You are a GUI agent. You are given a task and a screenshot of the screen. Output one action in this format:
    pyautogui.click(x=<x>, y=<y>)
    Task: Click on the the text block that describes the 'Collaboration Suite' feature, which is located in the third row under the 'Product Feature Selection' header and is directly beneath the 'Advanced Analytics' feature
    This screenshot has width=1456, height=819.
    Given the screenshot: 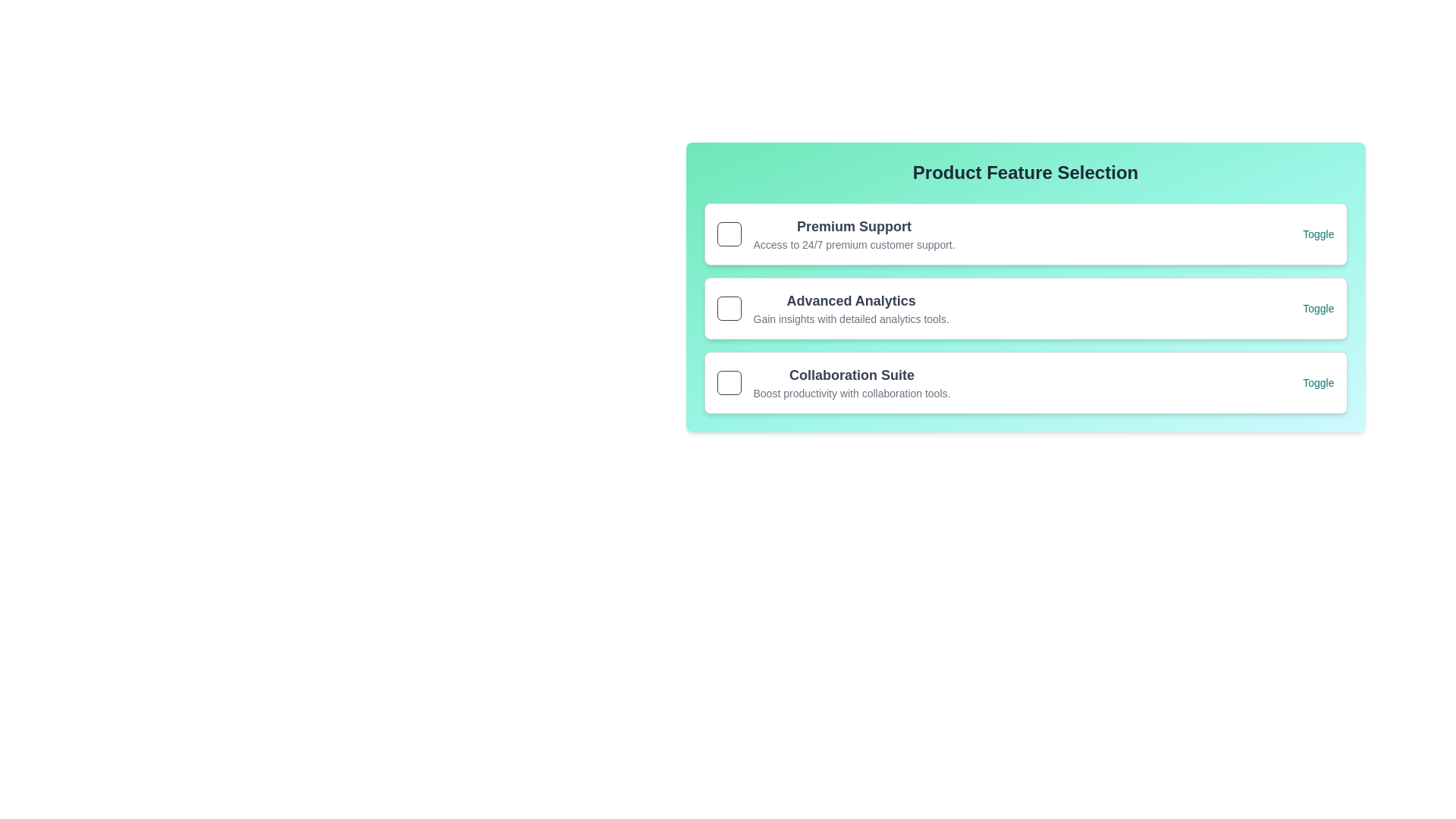 What is the action you would take?
    pyautogui.click(x=852, y=382)
    